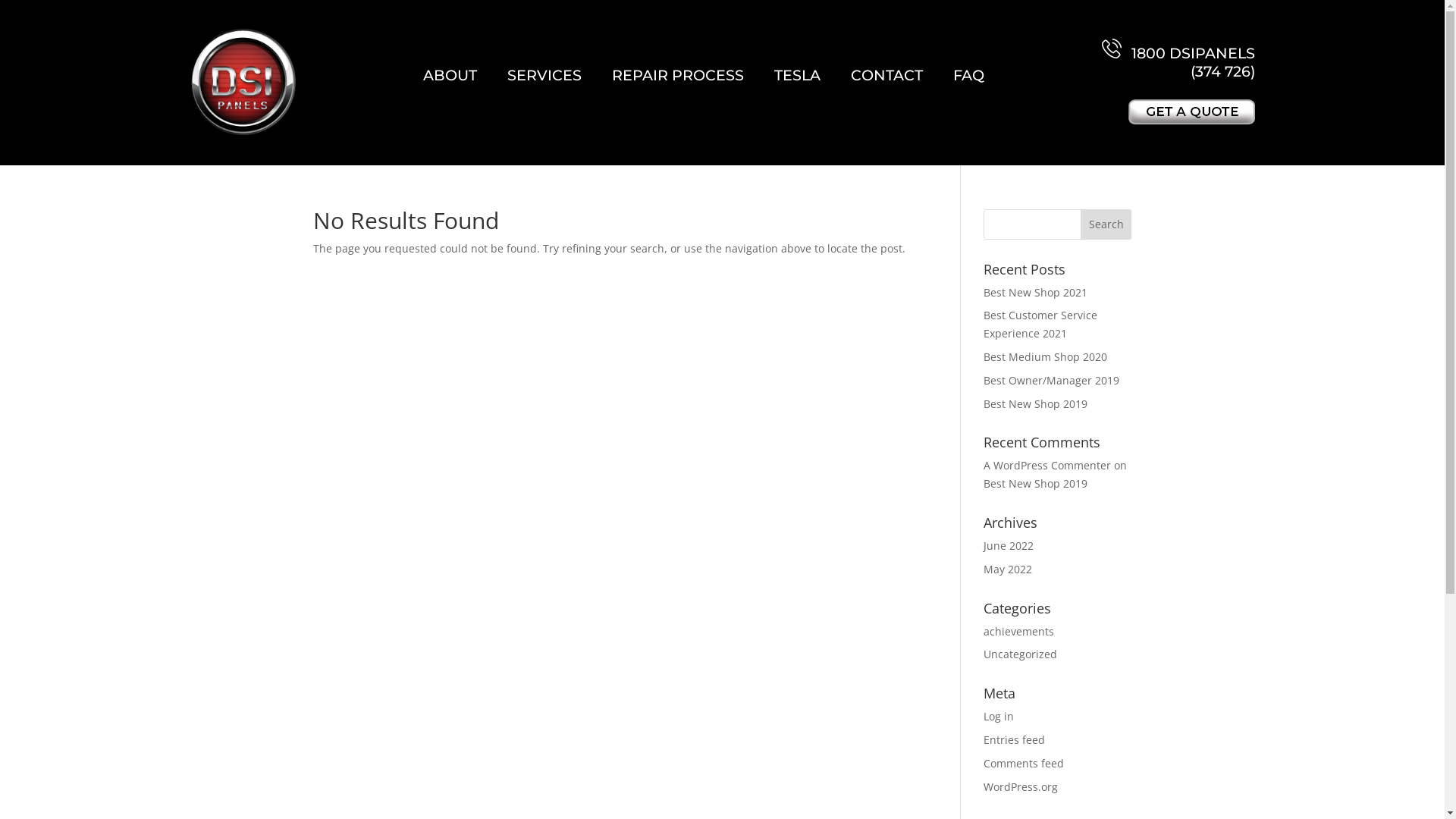 This screenshot has height=819, width=1456. I want to click on 'CONTACT', so click(886, 75).